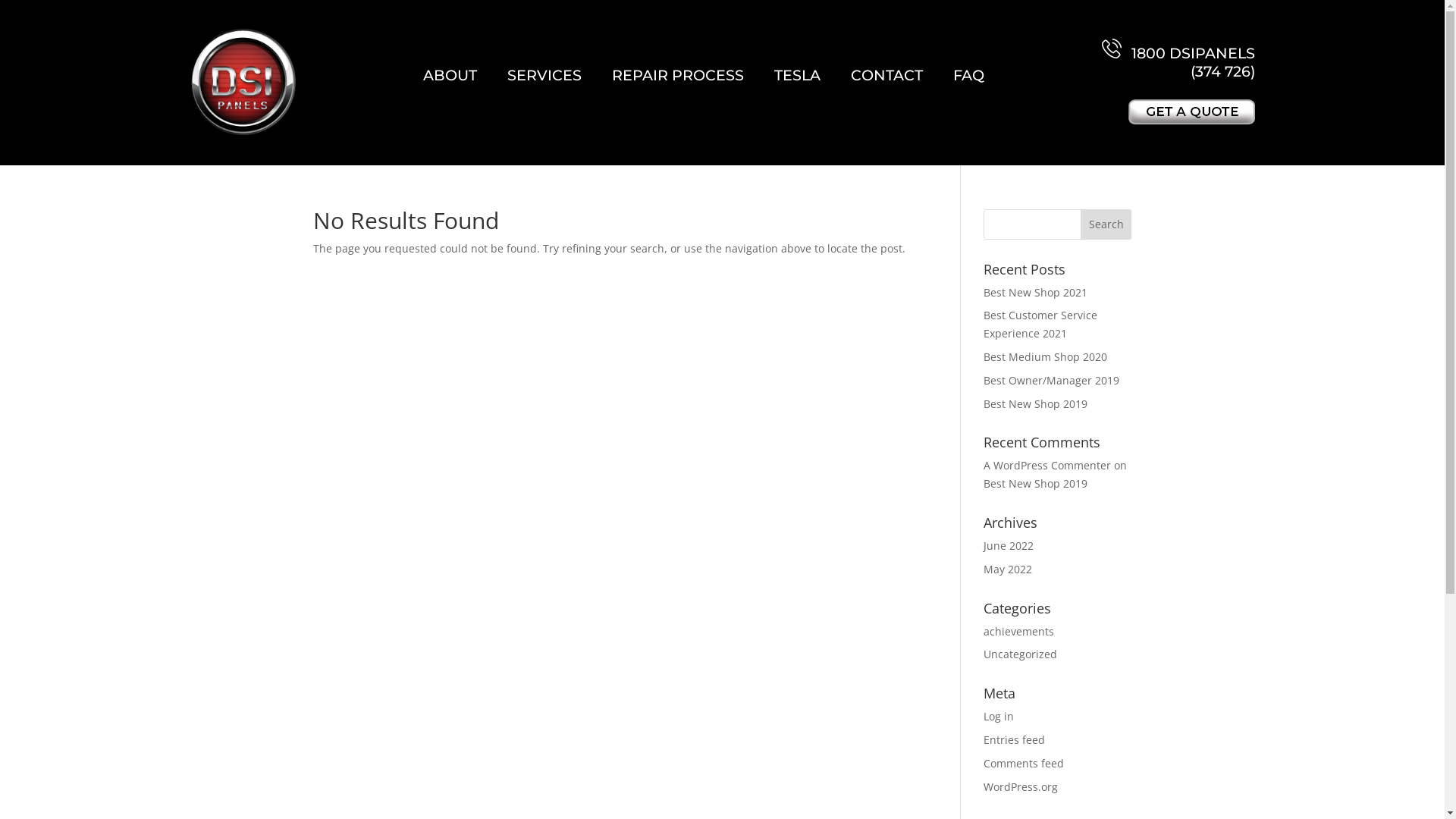 This screenshot has height=819, width=1456. I want to click on 'CONTACT', so click(886, 75).